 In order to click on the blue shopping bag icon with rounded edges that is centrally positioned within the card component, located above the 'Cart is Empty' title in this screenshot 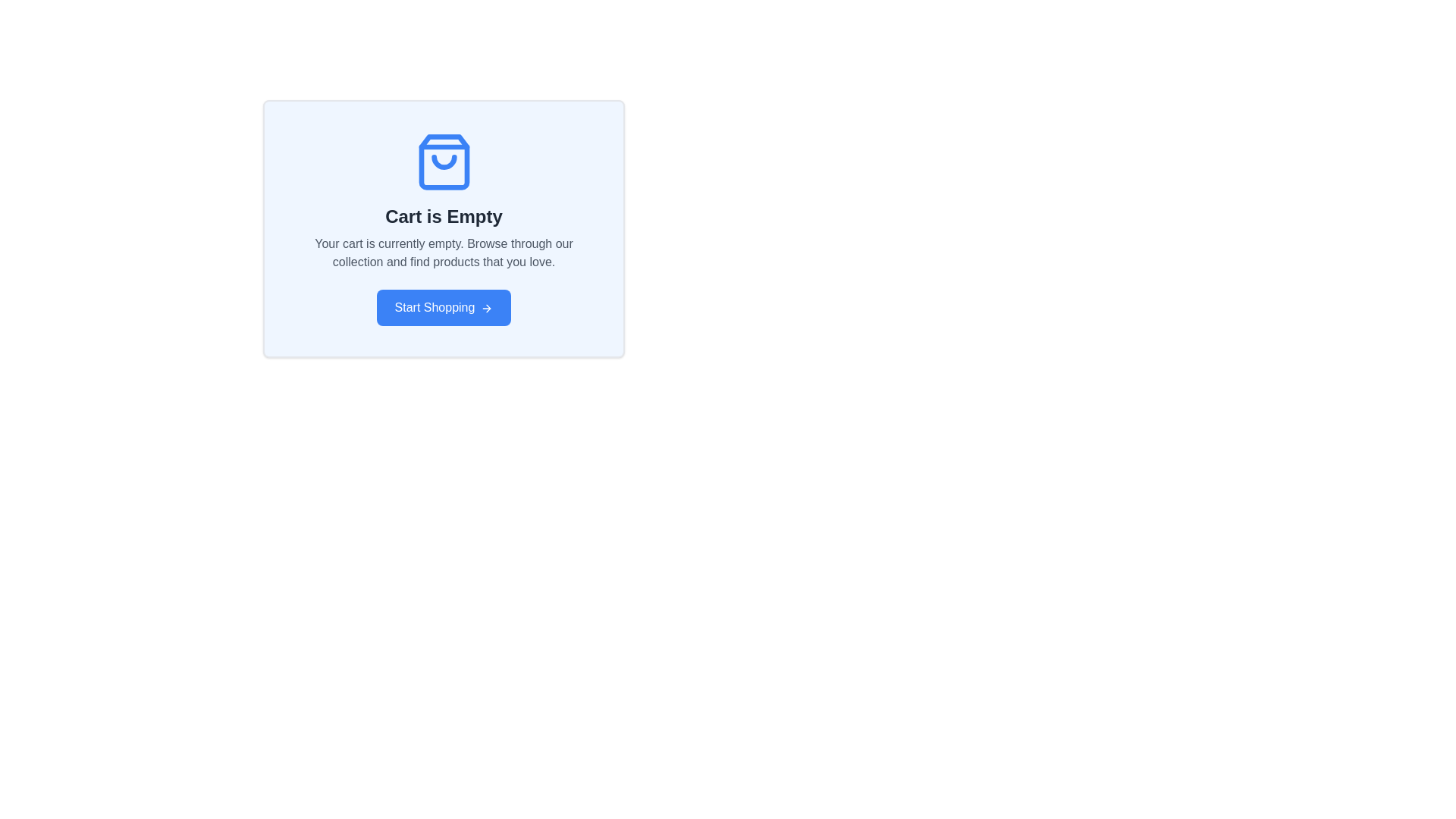, I will do `click(443, 162)`.